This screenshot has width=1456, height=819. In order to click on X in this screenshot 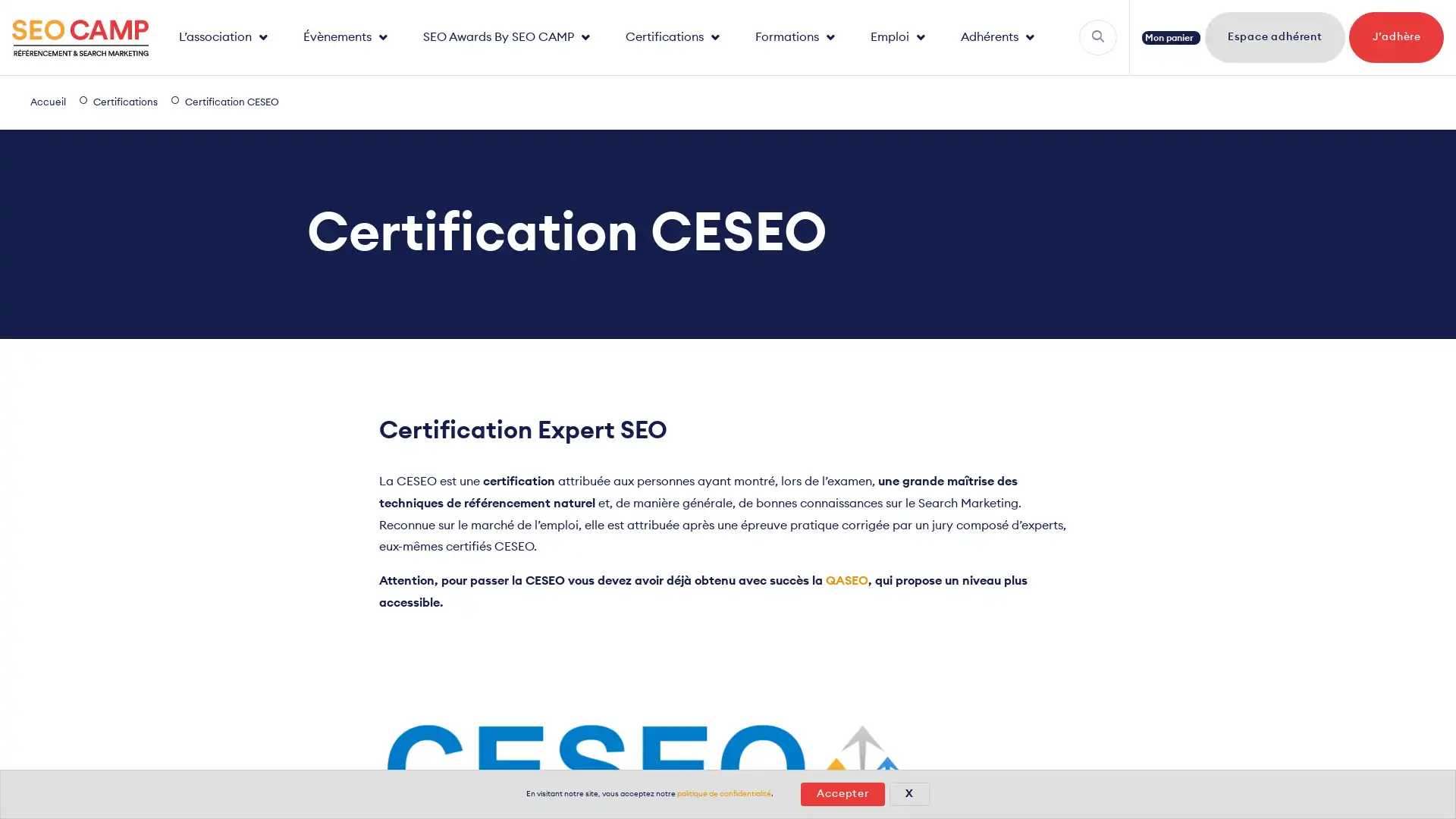, I will do `click(908, 793)`.